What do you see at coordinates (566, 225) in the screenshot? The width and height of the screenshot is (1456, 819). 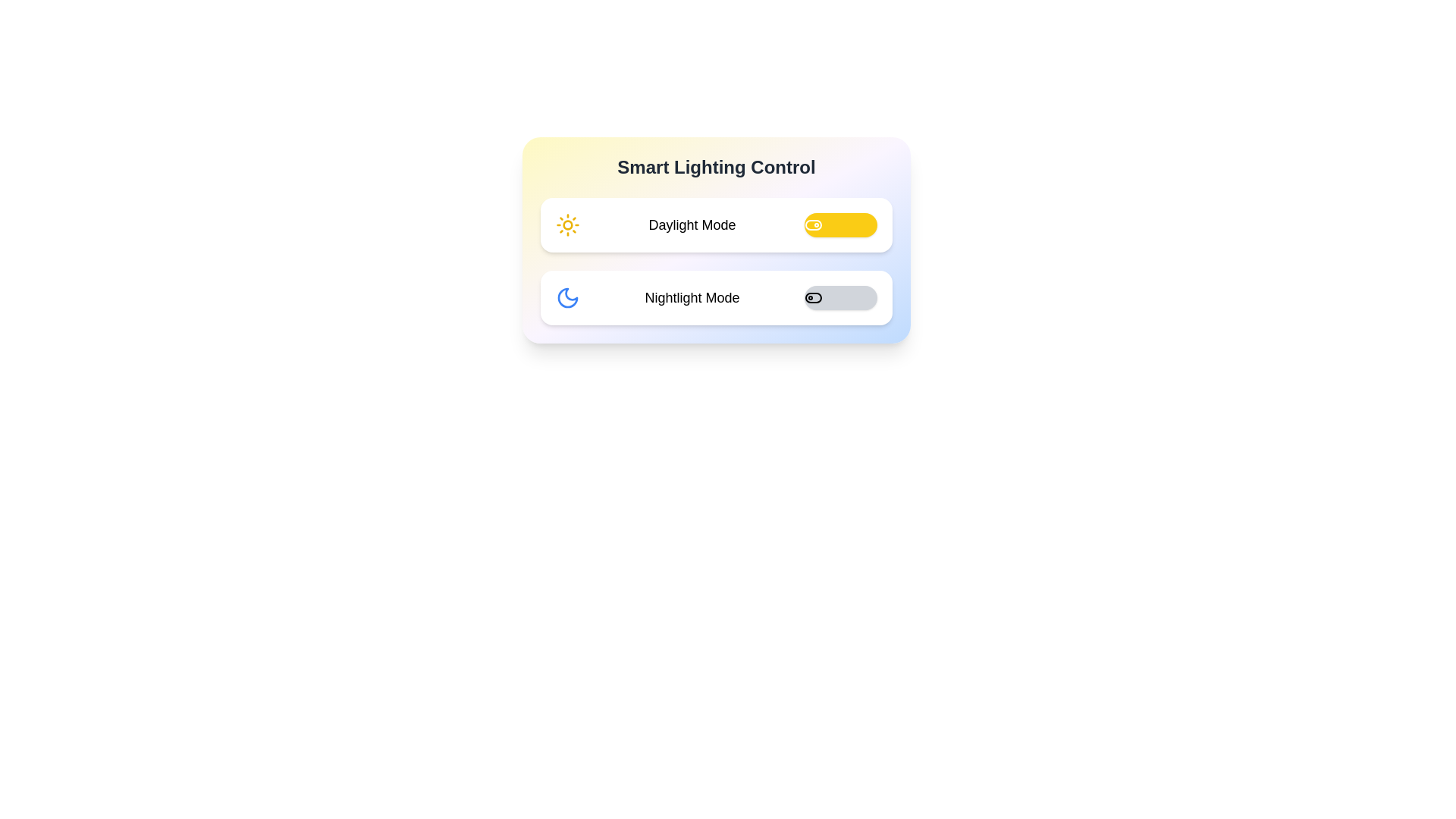 I see `the non-interactive graphical icon representing the sun's center in the 'Daylight Mode' section of the Smart Lighting Control panel` at bounding box center [566, 225].